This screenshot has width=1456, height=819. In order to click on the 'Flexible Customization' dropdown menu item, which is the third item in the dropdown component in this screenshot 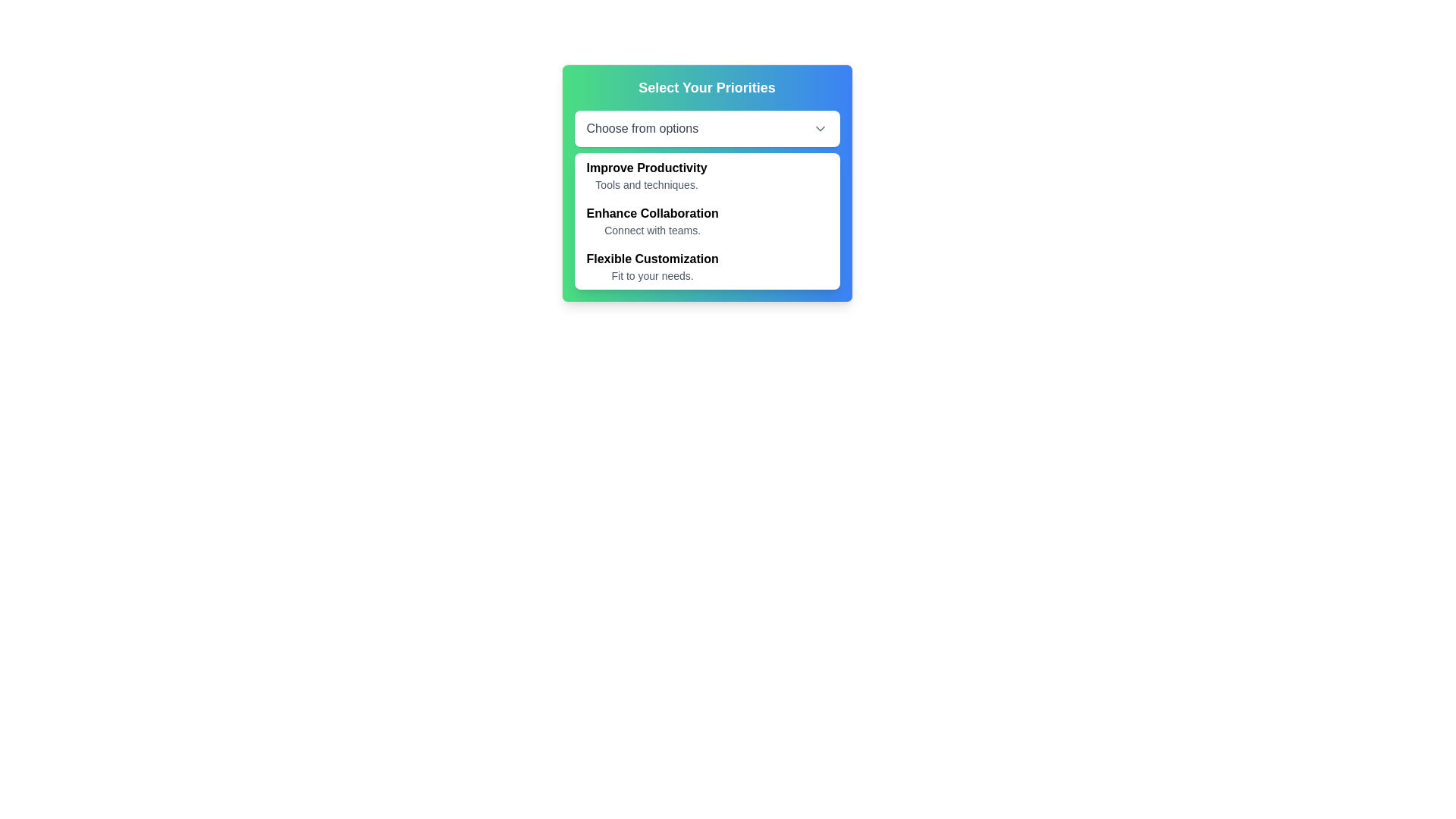, I will do `click(706, 265)`.